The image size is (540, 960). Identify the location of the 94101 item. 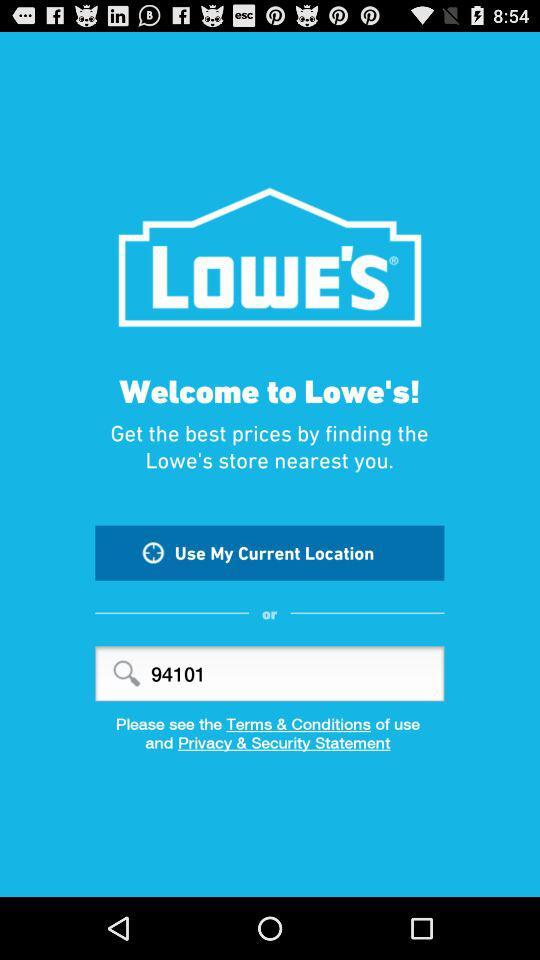
(269, 673).